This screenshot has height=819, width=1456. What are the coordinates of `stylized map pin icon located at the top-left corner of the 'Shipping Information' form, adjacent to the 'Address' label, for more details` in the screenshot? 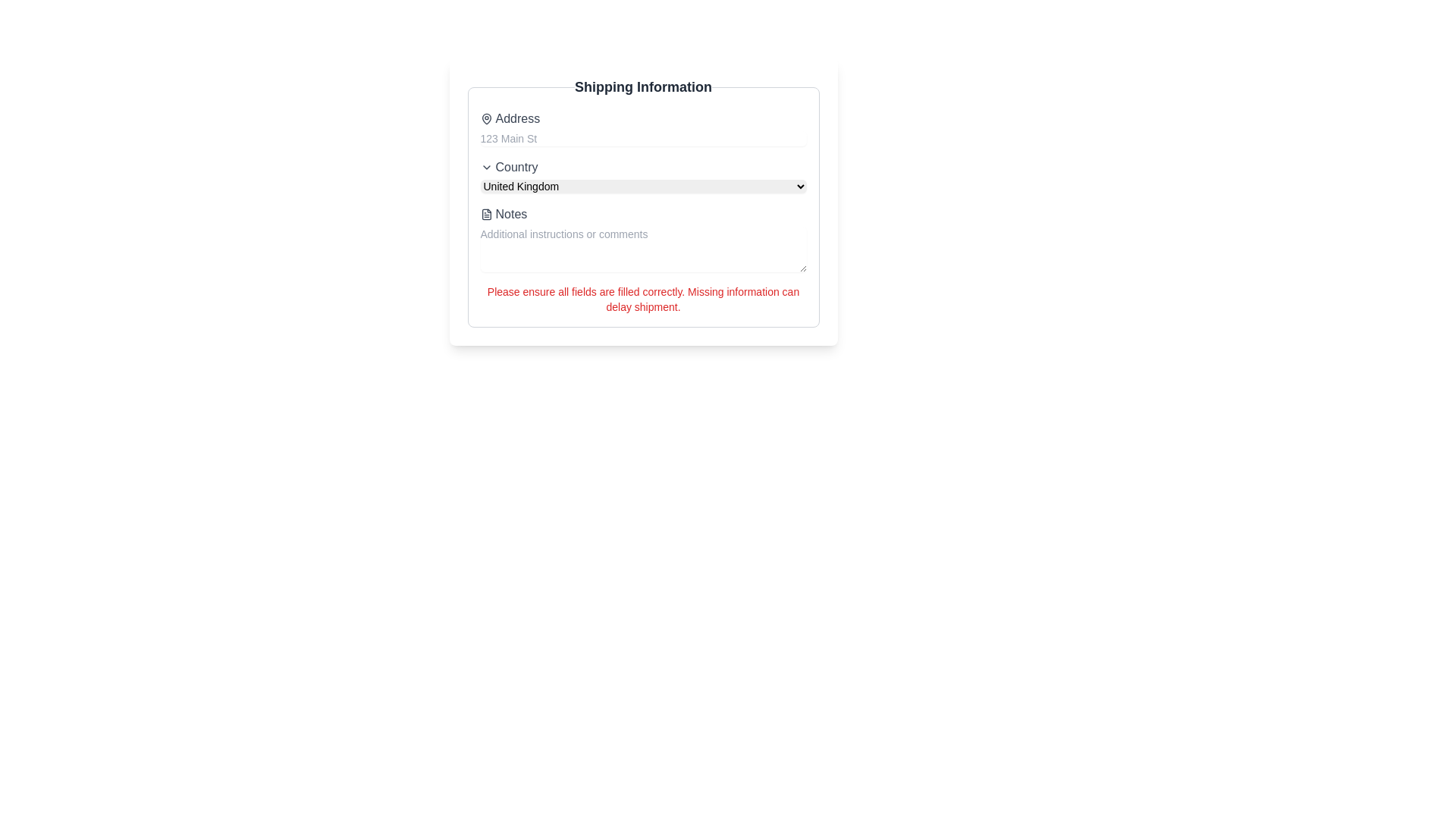 It's located at (486, 118).